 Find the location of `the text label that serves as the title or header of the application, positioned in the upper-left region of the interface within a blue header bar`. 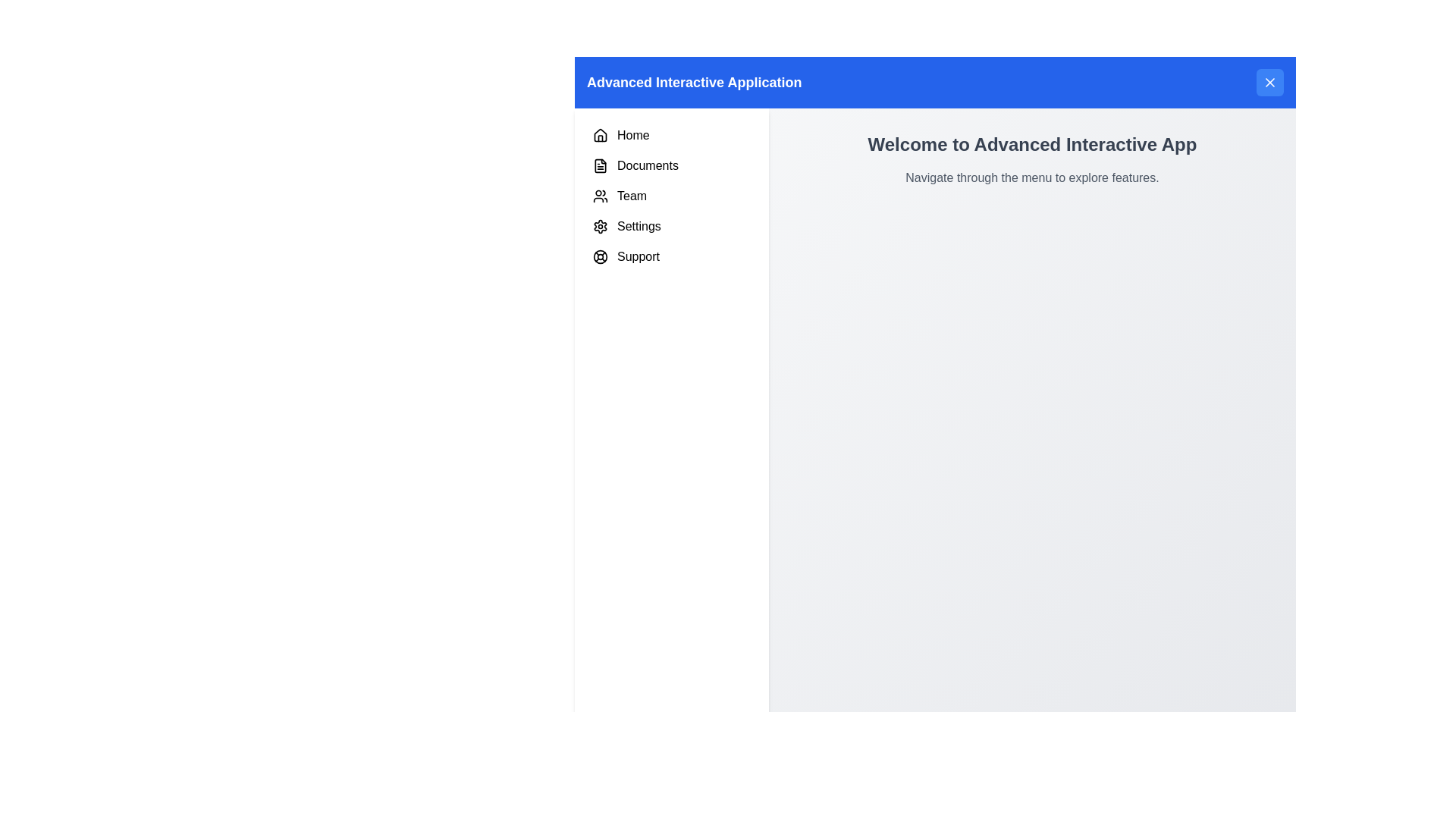

the text label that serves as the title or header of the application, positioned in the upper-left region of the interface within a blue header bar is located at coordinates (693, 82).